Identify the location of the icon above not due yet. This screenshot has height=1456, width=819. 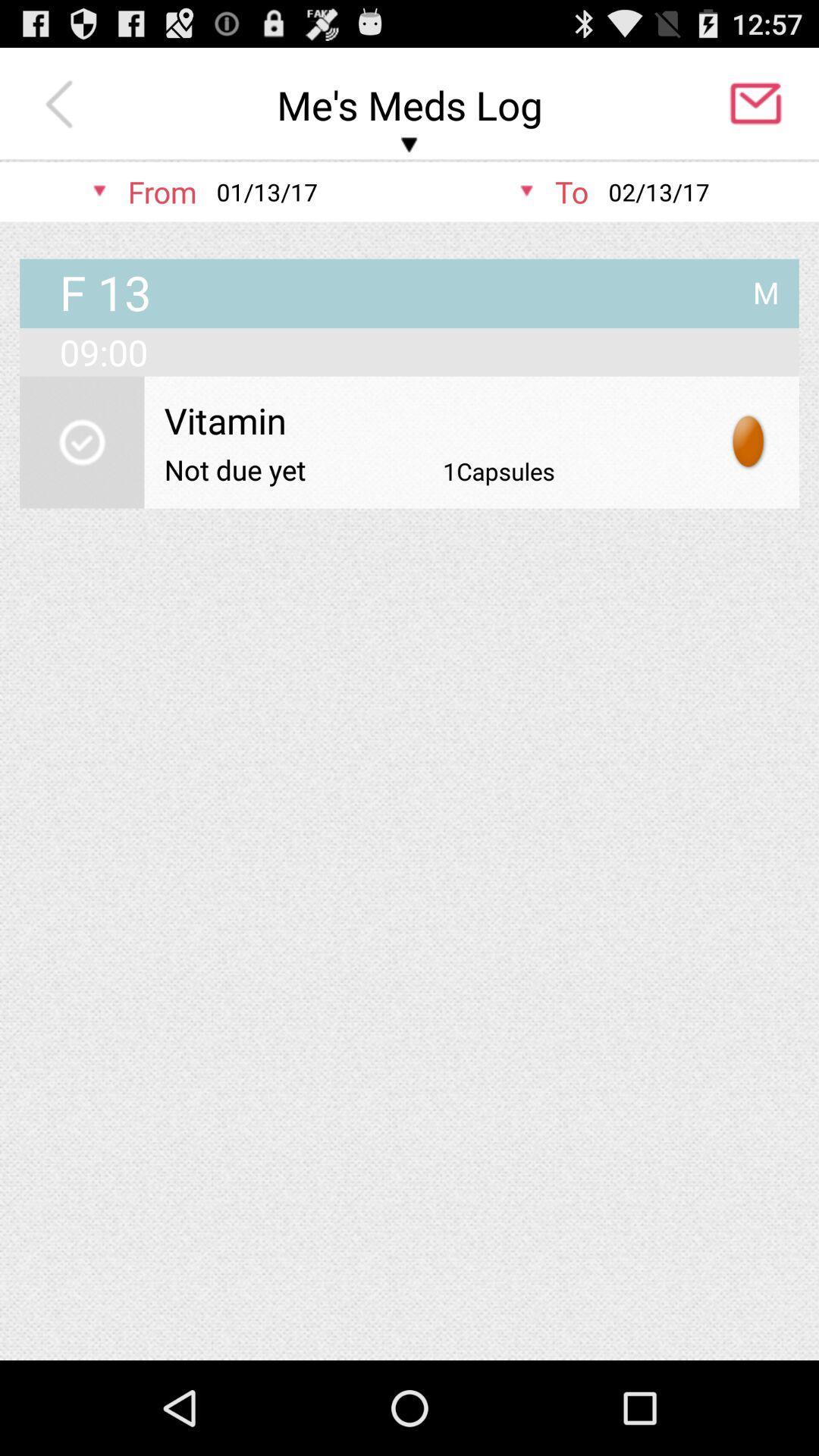
(431, 420).